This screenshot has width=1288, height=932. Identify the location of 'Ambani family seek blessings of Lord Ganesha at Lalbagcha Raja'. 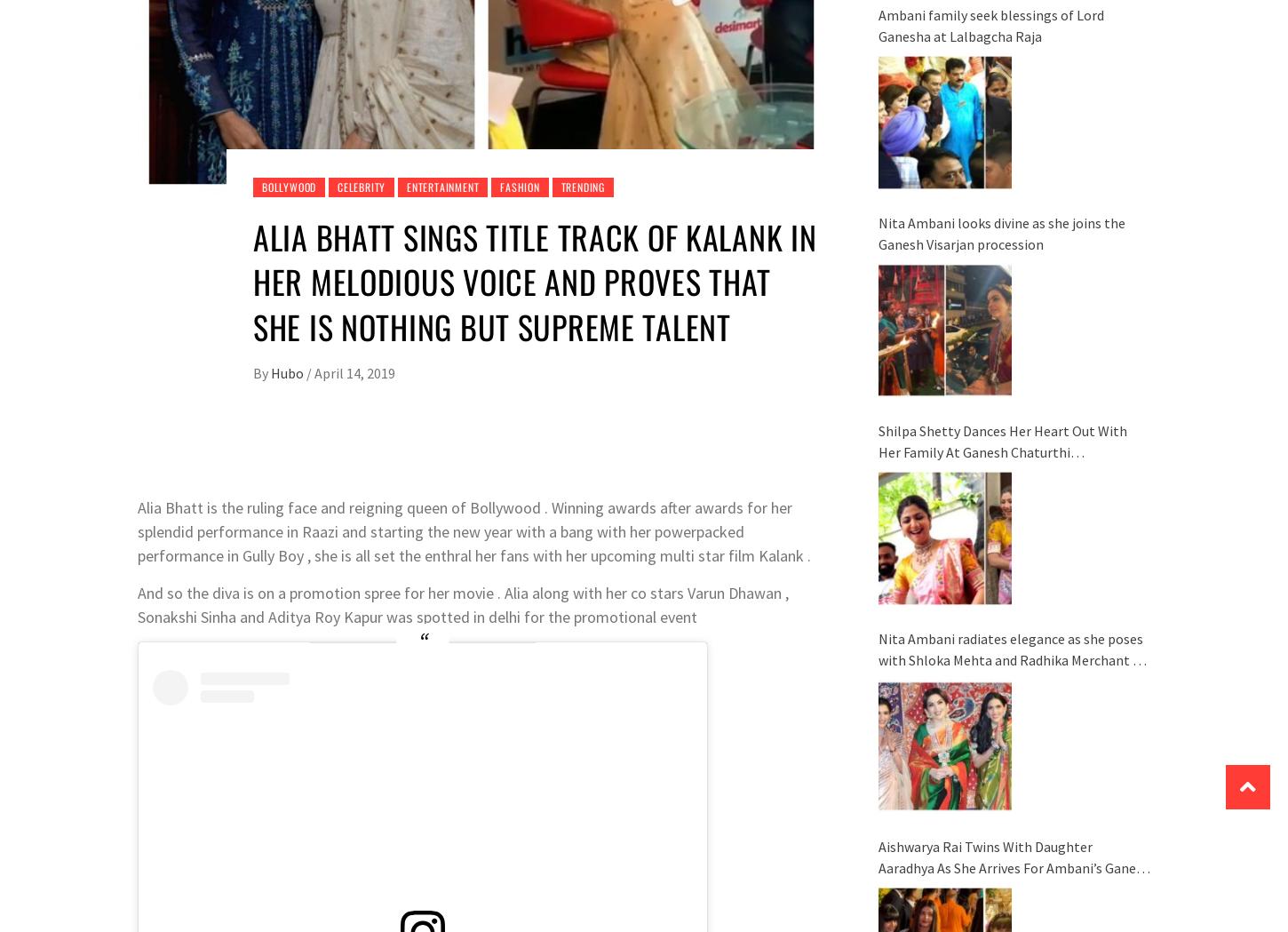
(990, 24).